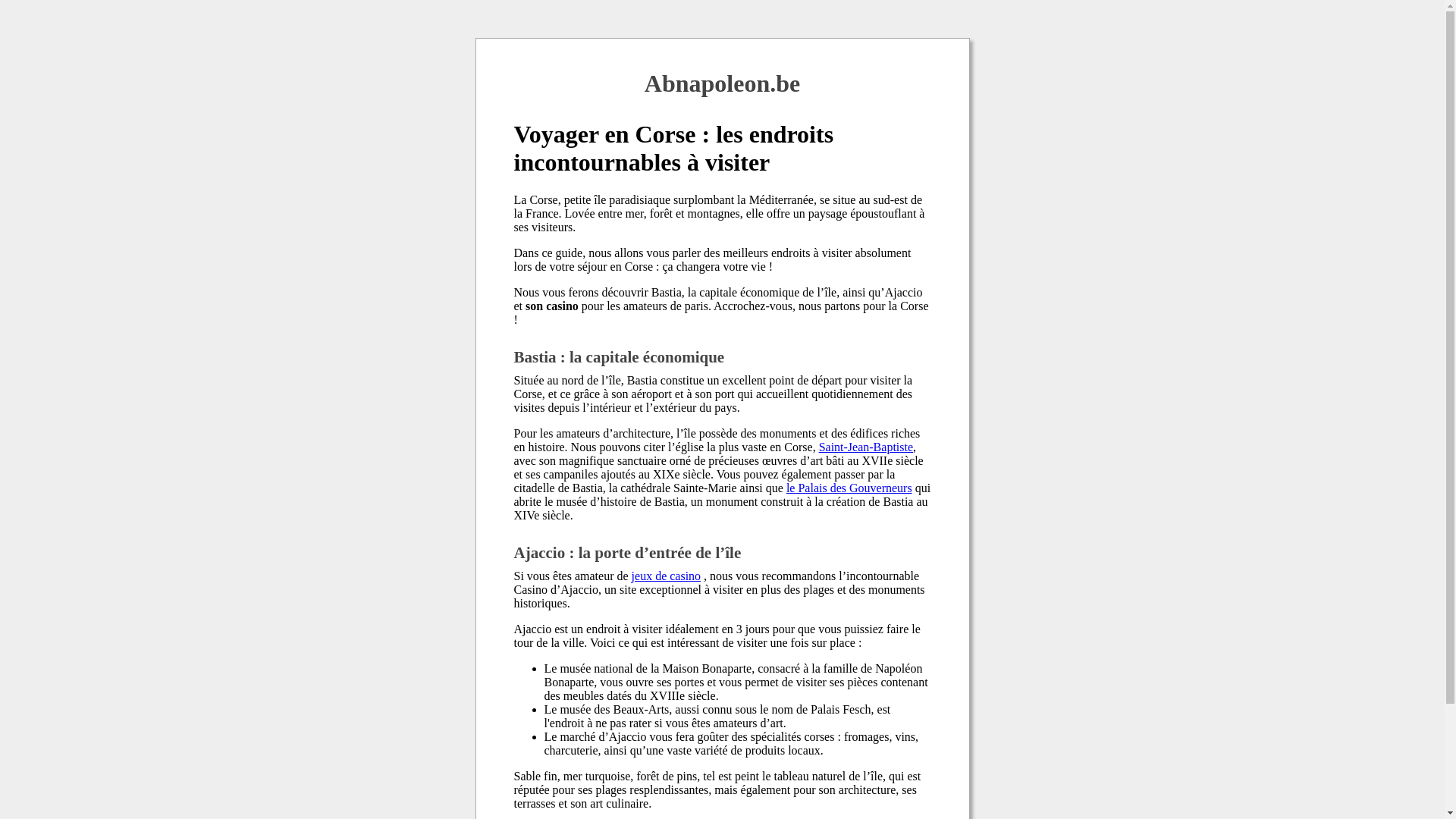 This screenshot has width=1456, height=819. I want to click on 'Saint-Jean-Baptiste', so click(818, 446).